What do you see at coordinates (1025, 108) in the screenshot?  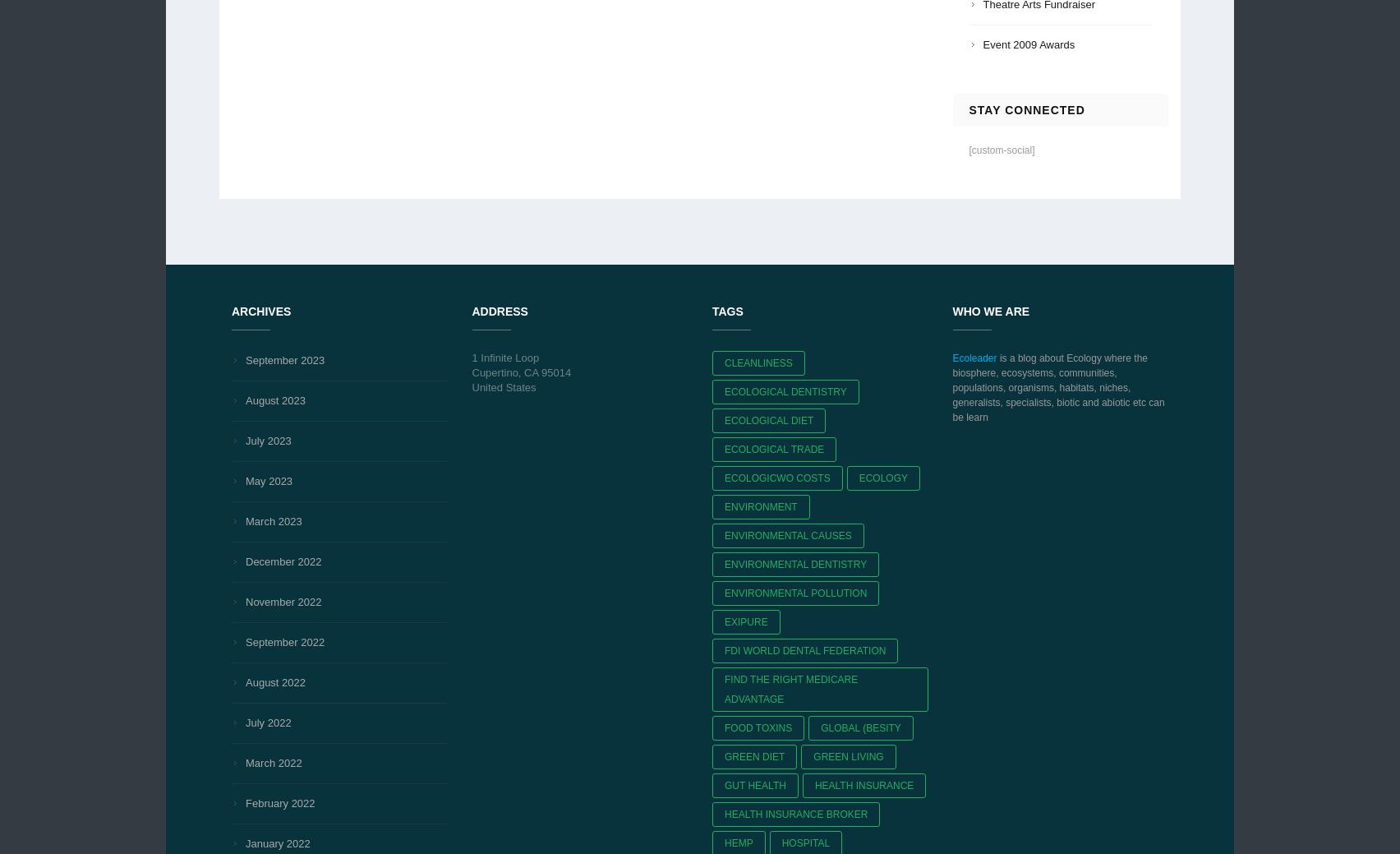 I see `'Stay Connected'` at bounding box center [1025, 108].